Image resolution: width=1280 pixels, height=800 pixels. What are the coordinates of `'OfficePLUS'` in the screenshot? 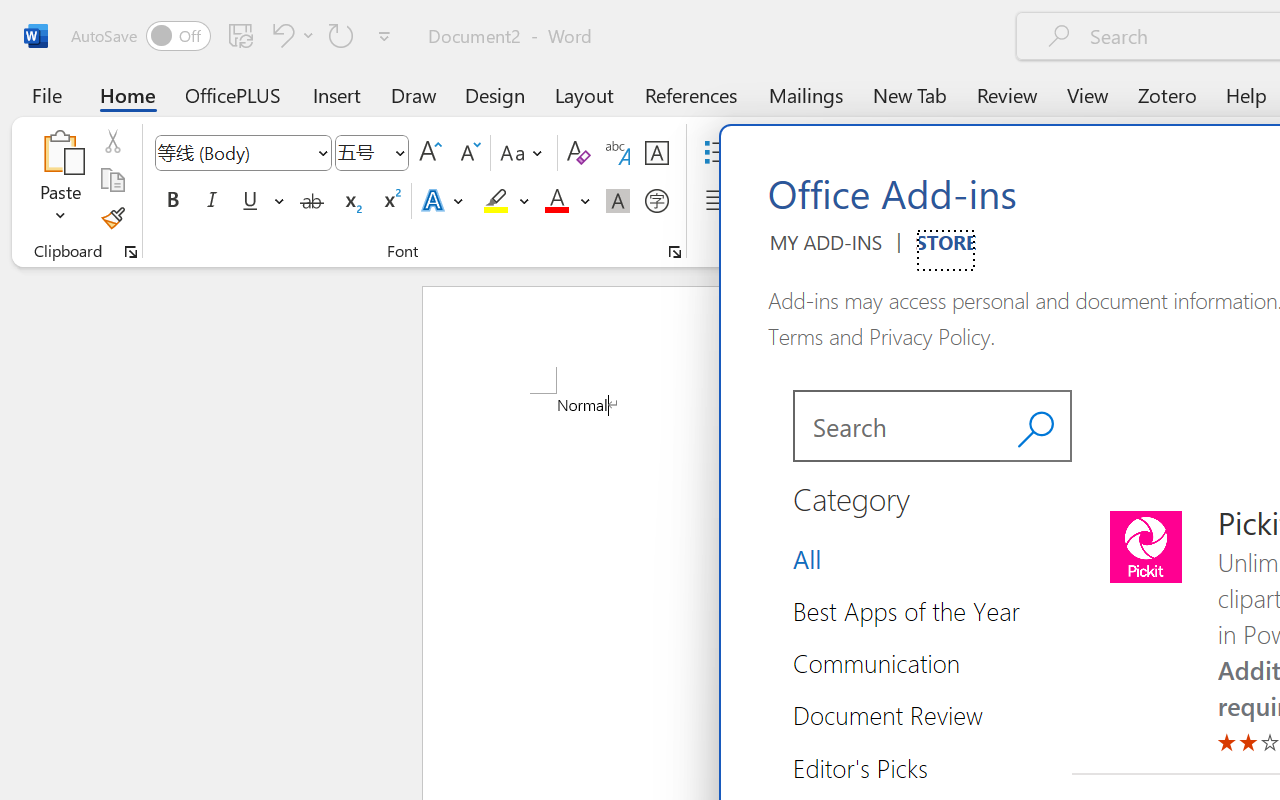 It's located at (233, 94).